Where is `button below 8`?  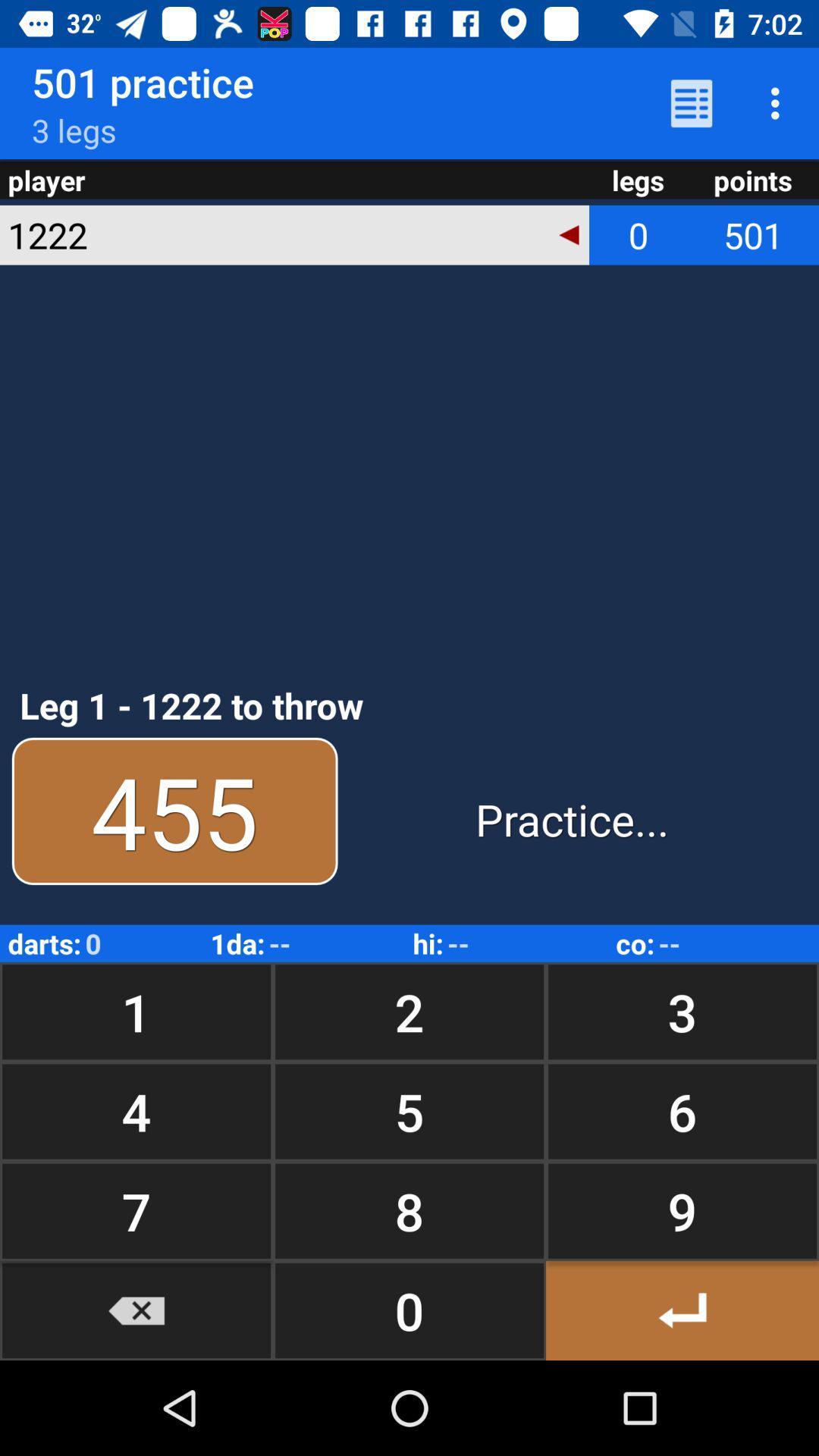 button below 8 is located at coordinates (681, 1310).